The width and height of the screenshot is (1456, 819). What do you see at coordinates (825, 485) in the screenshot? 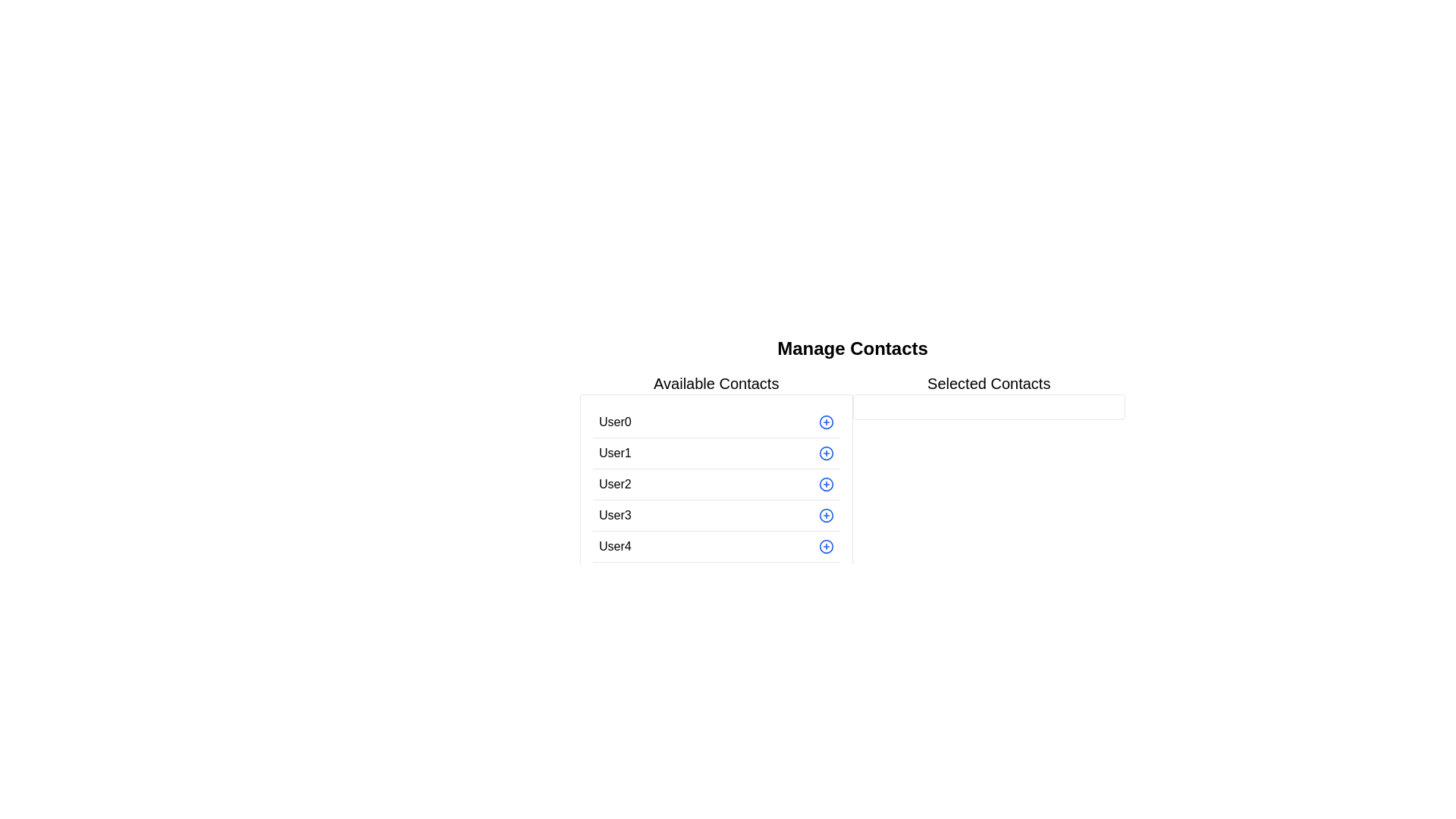
I see `the '+' icon in the third row of the 'Available Contacts' list` at bounding box center [825, 485].